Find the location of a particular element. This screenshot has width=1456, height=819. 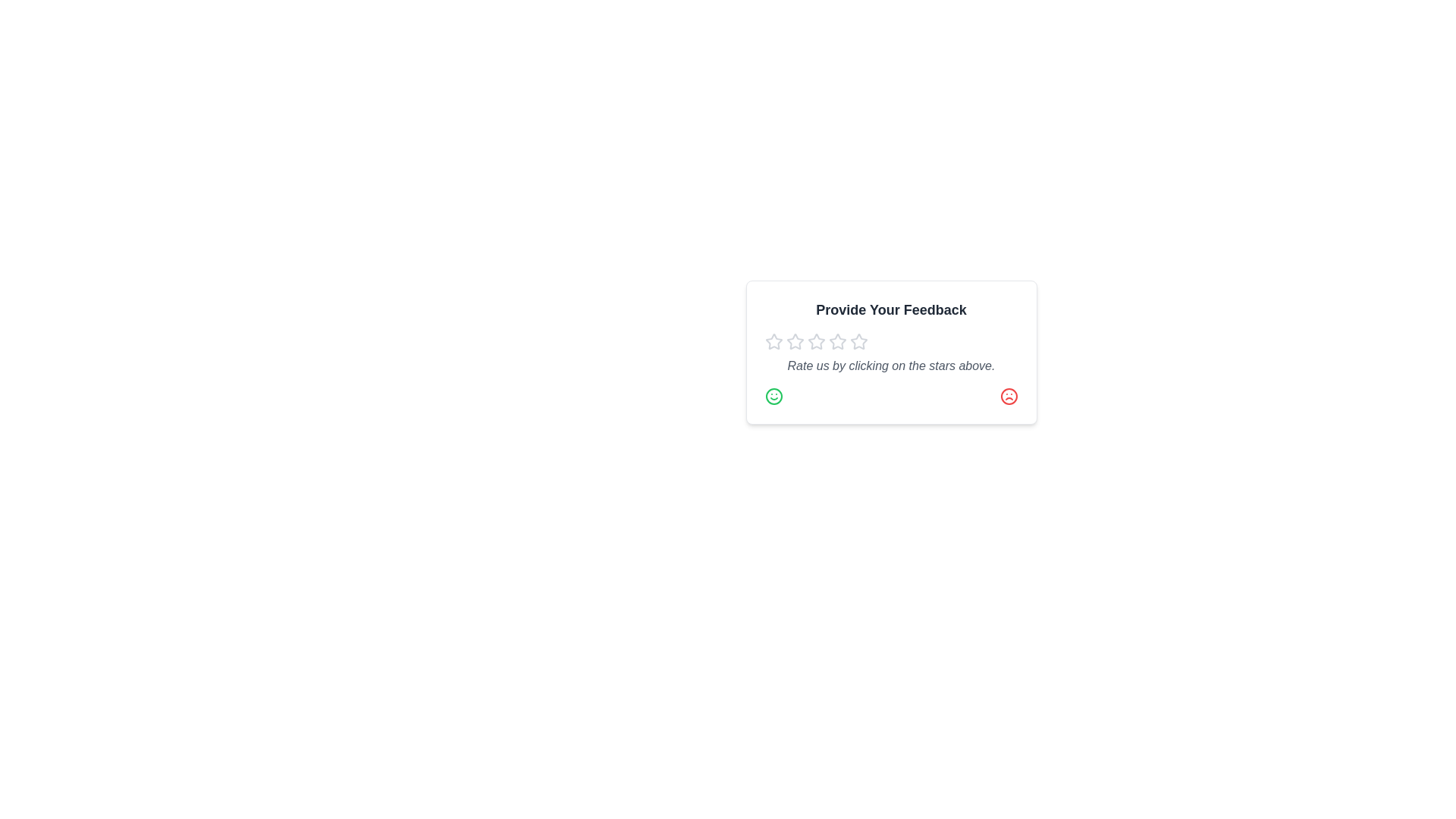

the second star in the five-star rating system to change its color, located below the 'Provide Your Feedback' heading is located at coordinates (794, 342).